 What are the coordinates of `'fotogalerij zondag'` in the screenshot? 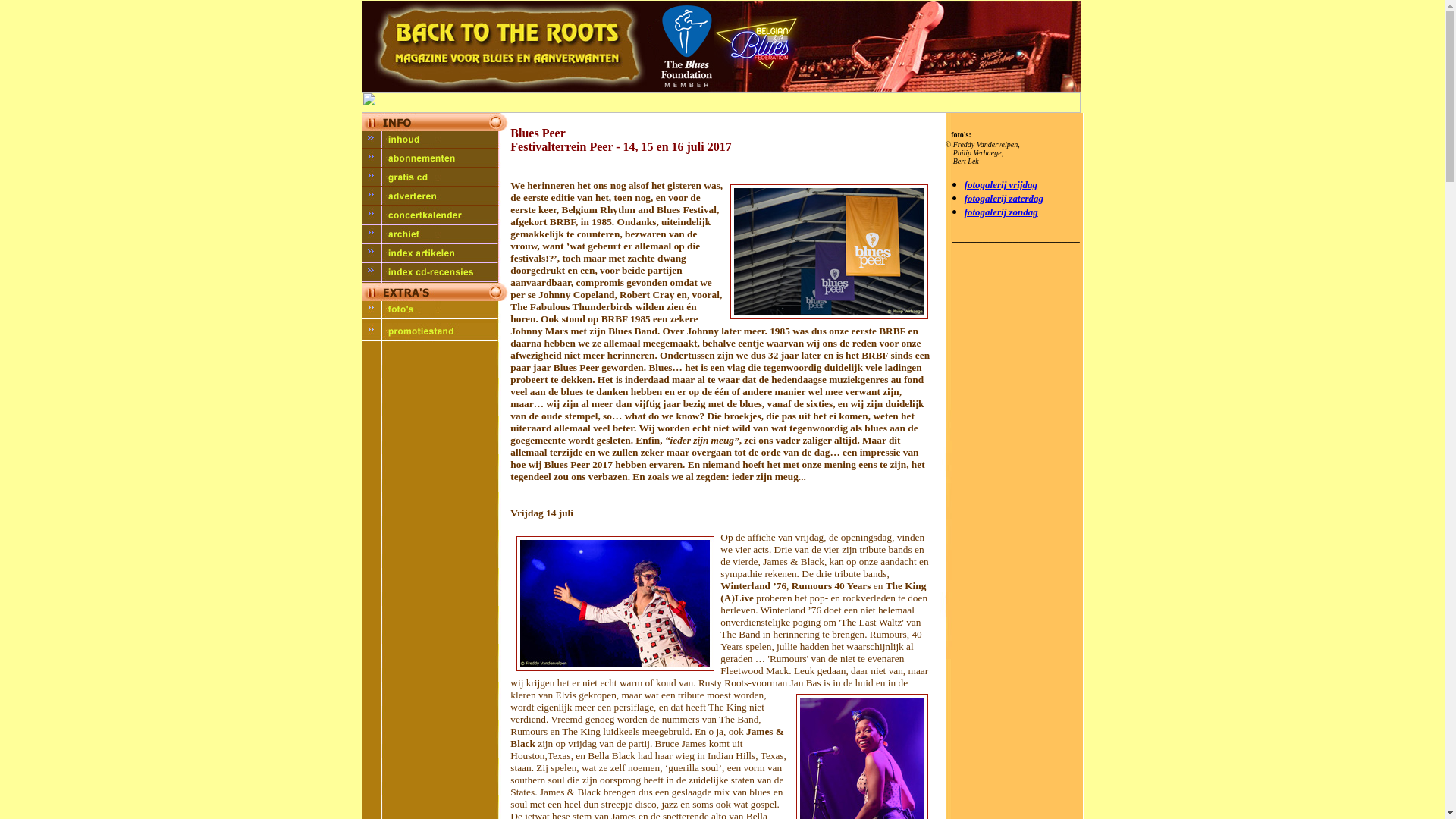 It's located at (964, 212).